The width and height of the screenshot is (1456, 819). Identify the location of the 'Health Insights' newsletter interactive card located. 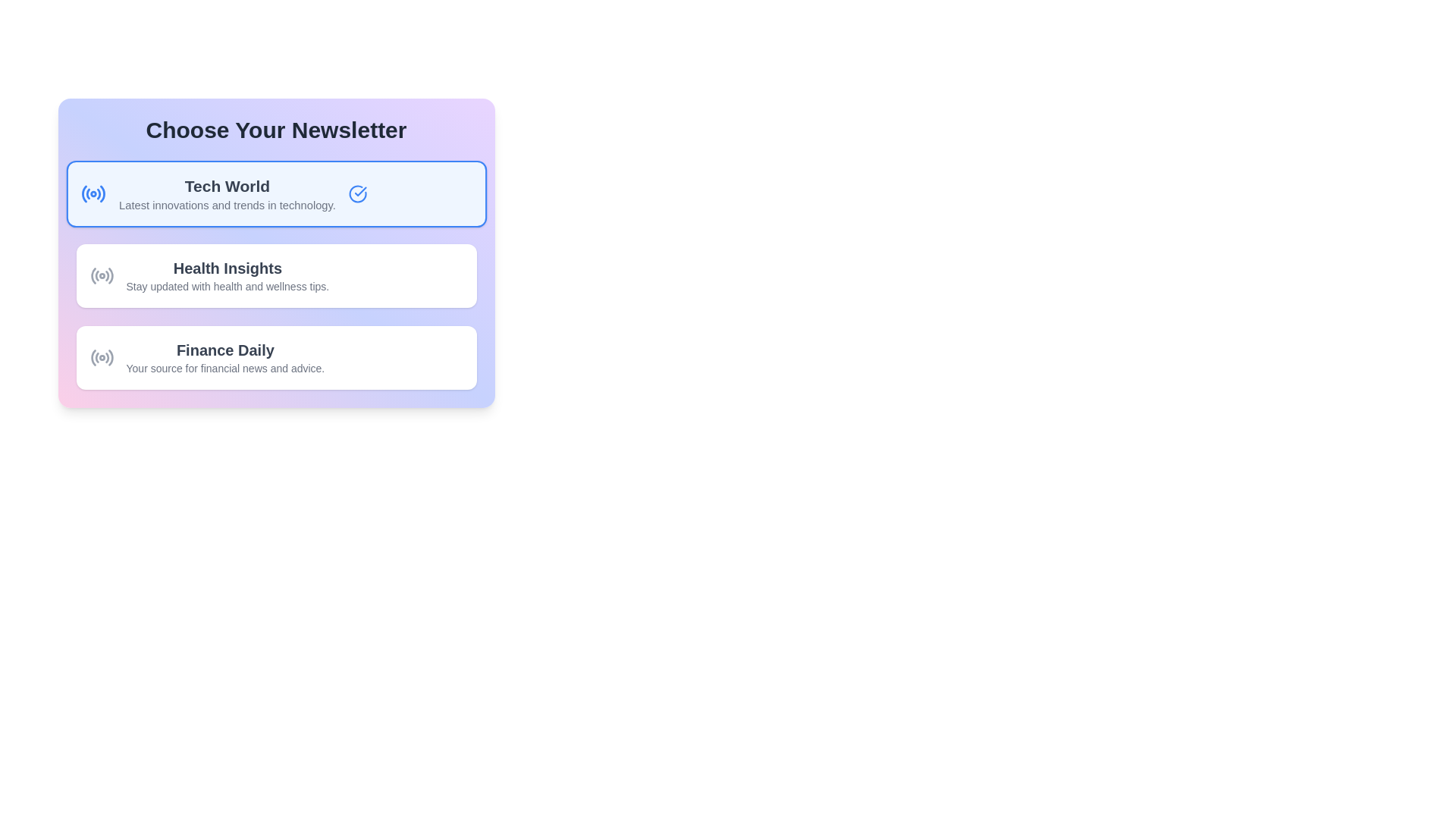
(276, 275).